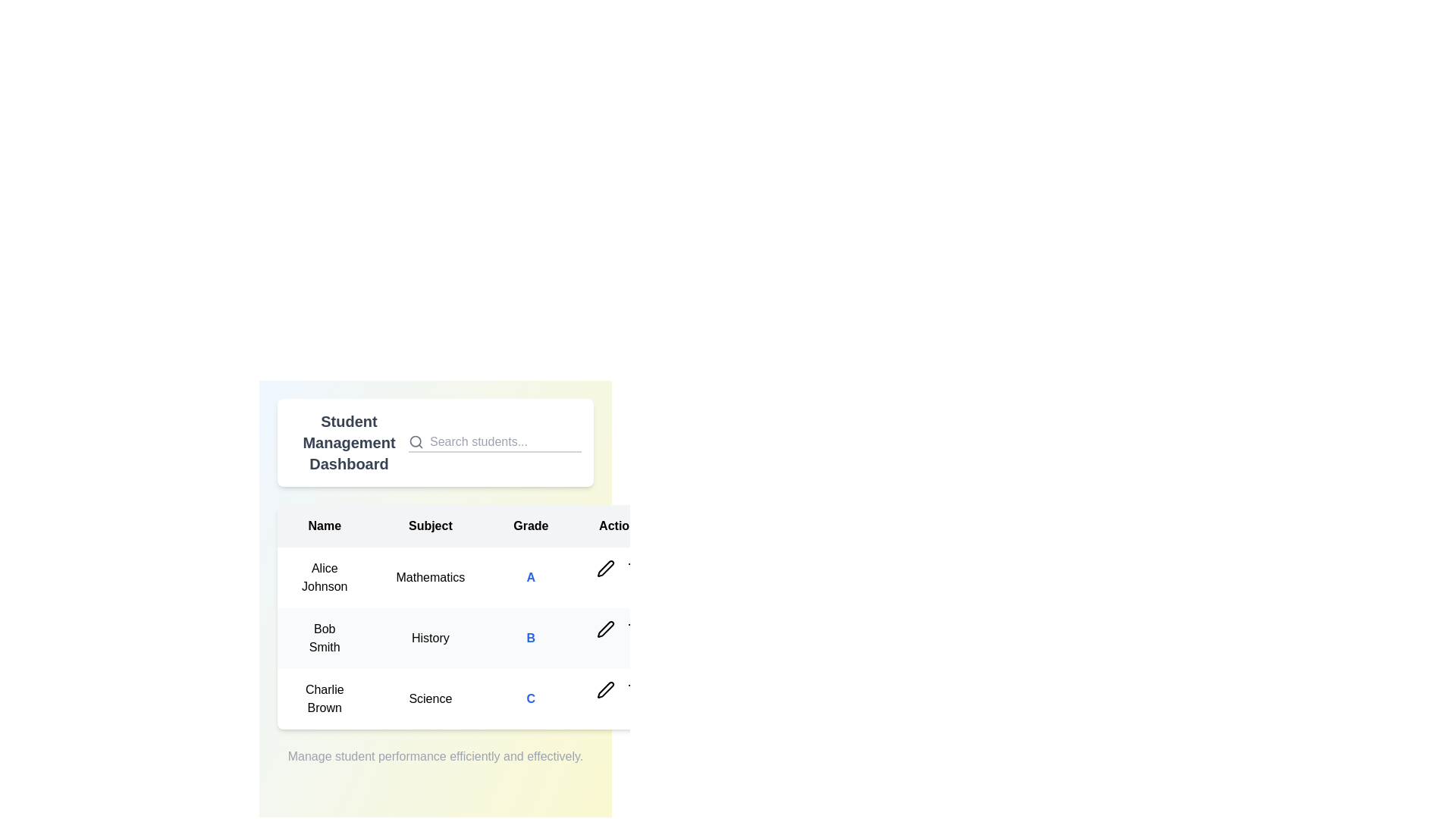 The height and width of the screenshot is (819, 1456). Describe the element at coordinates (416, 441) in the screenshot. I see `the gray magnifying glass icon, which is located to the left of the 'Search students...' input field` at that location.